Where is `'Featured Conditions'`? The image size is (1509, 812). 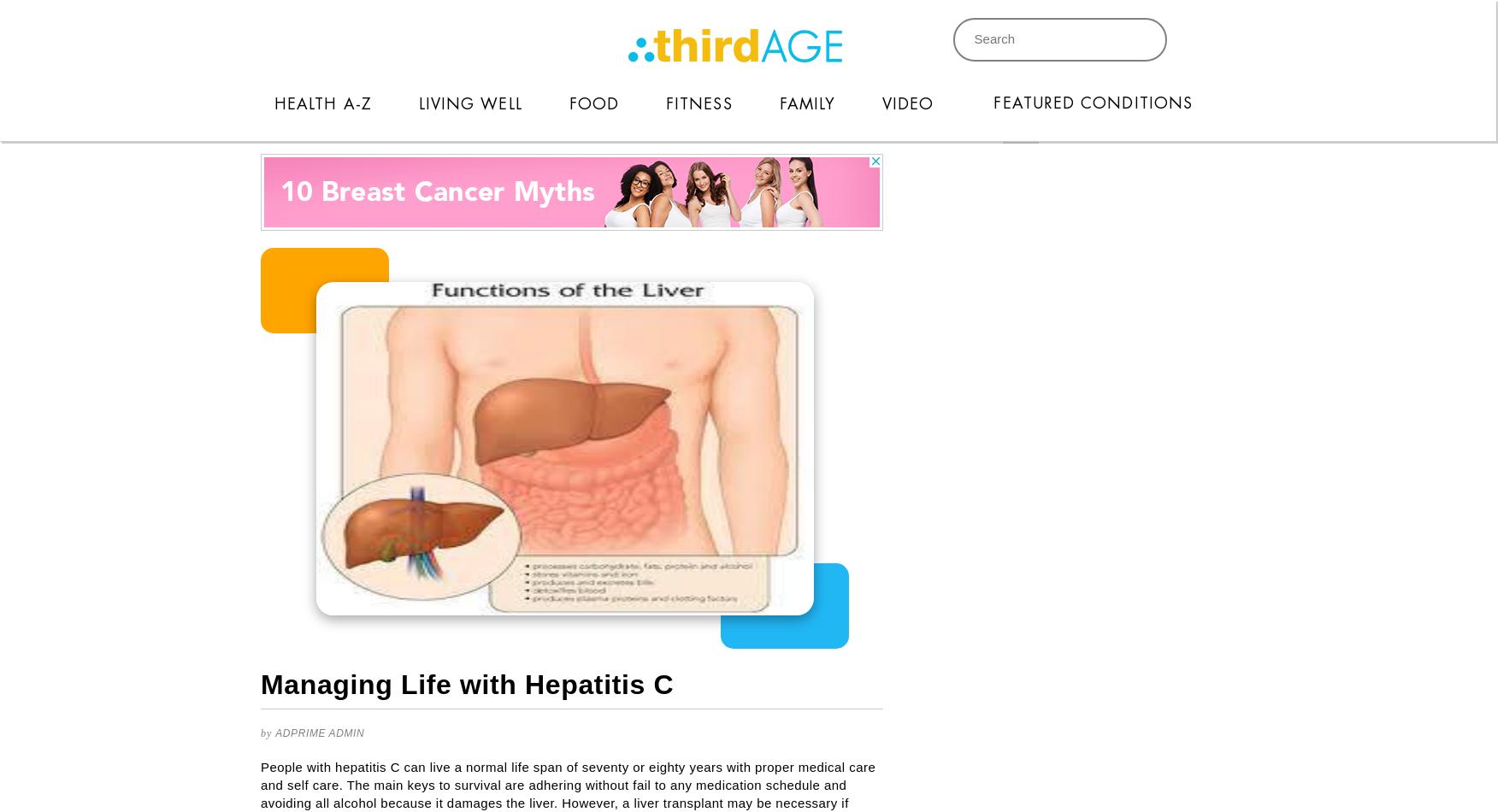 'Featured Conditions' is located at coordinates (1093, 102).